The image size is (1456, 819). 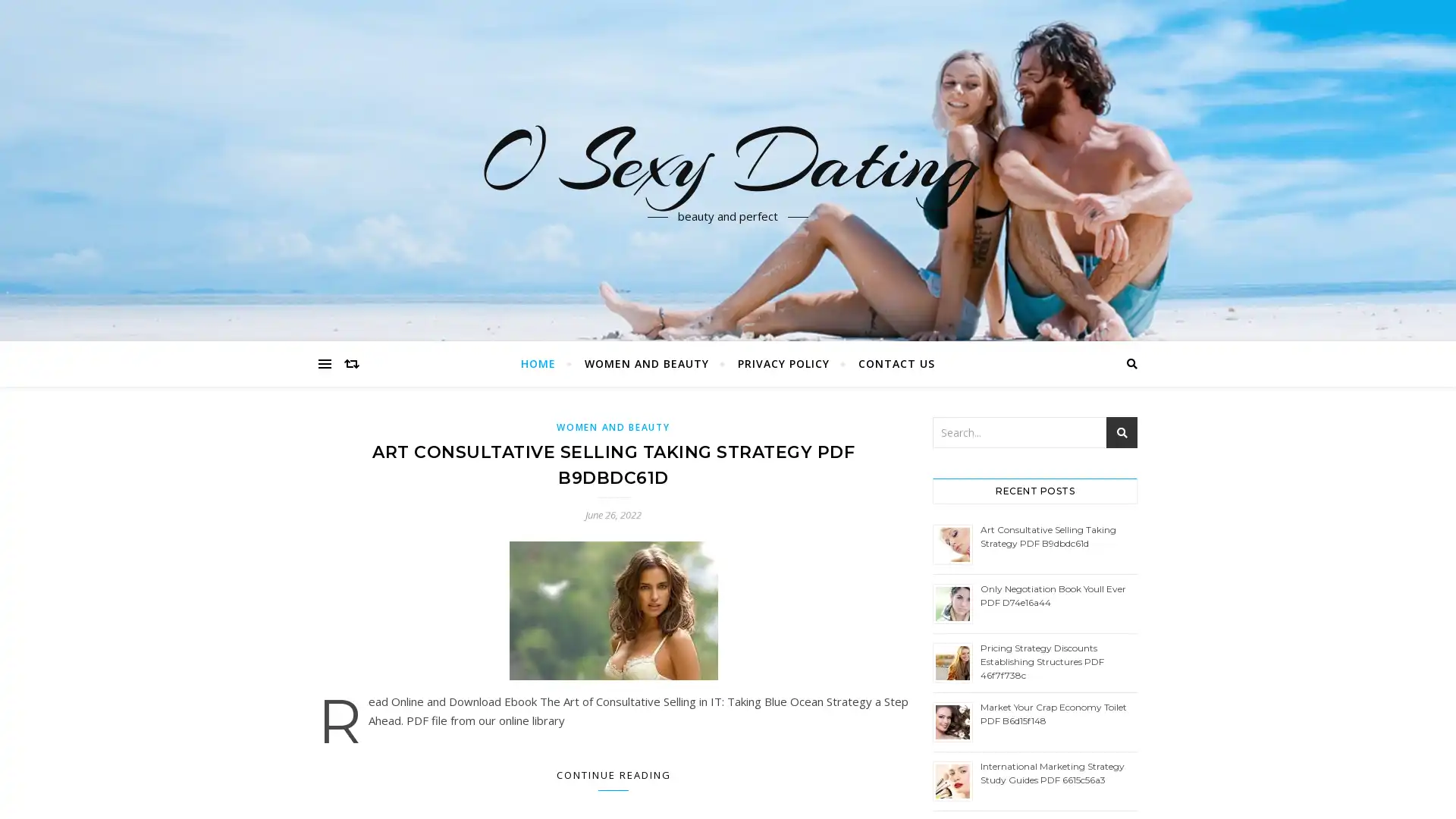 I want to click on st, so click(x=1122, y=432).